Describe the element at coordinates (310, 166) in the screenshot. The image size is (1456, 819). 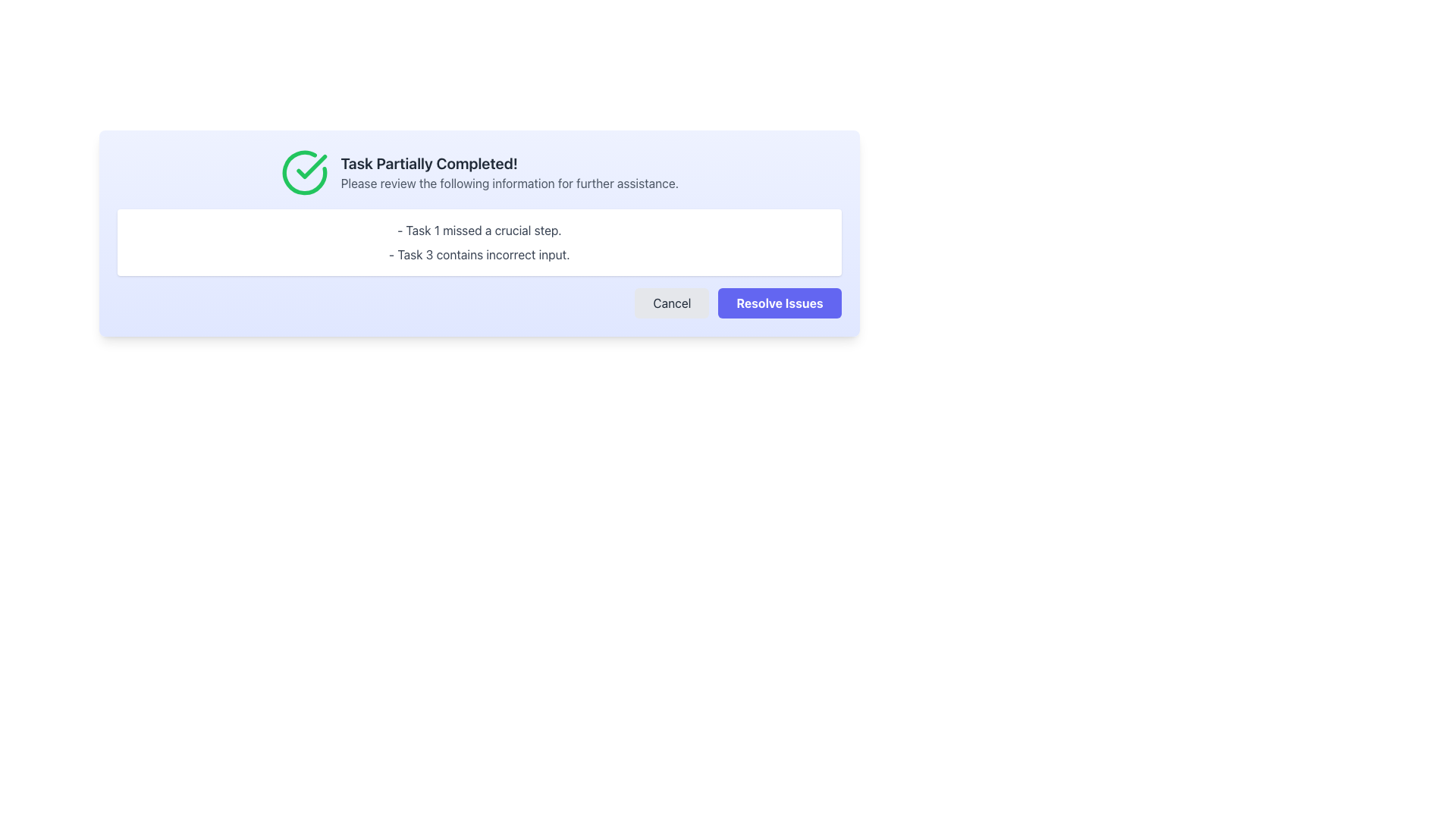
I see `the circular confirmation icon with a checkmark symbol indicating successful completion, located in the upper-left section of the interface` at that location.